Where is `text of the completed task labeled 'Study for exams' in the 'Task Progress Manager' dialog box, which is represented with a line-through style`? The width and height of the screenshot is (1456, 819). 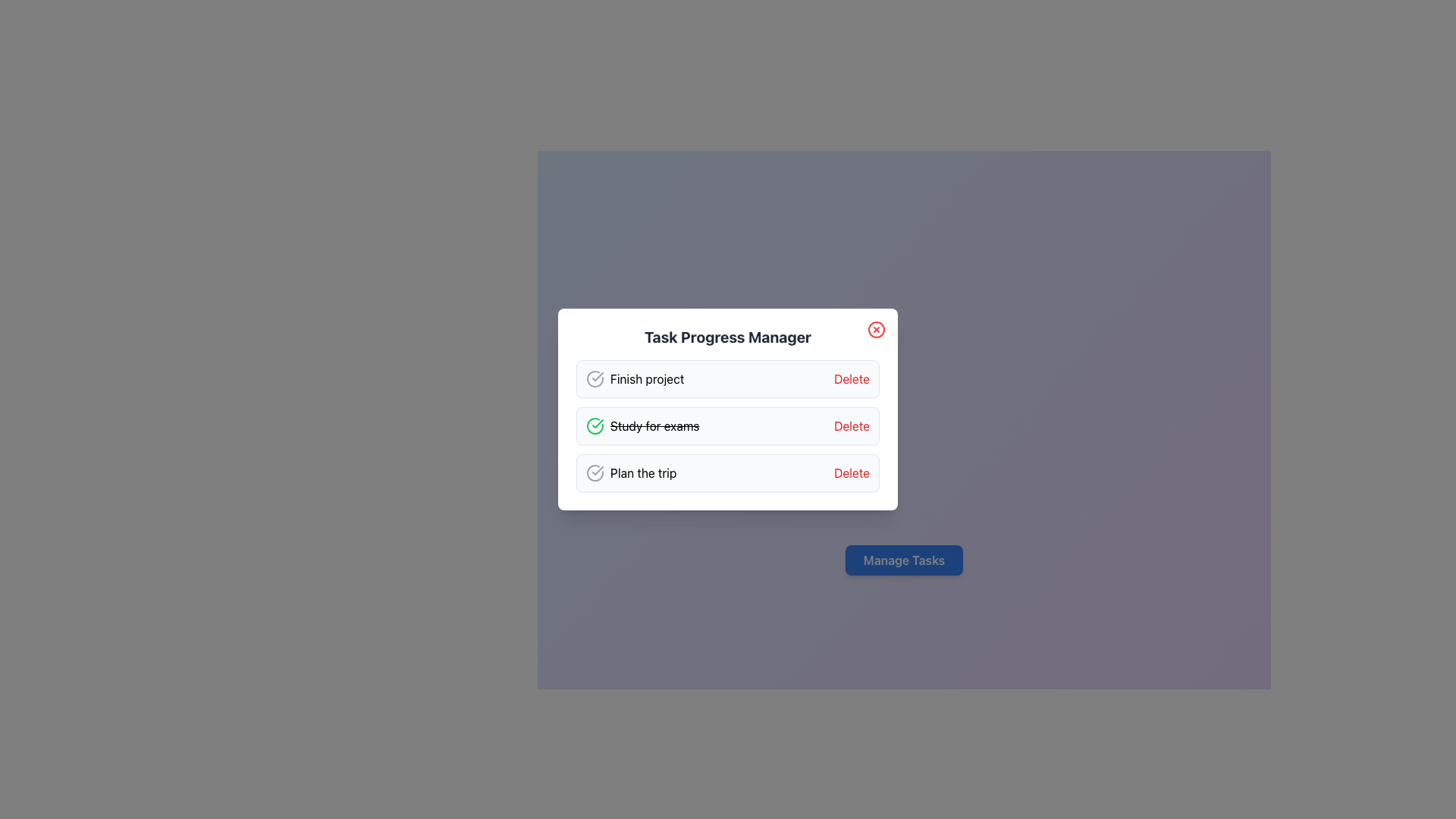 text of the completed task labeled 'Study for exams' in the 'Task Progress Manager' dialog box, which is represented with a line-through style is located at coordinates (654, 426).